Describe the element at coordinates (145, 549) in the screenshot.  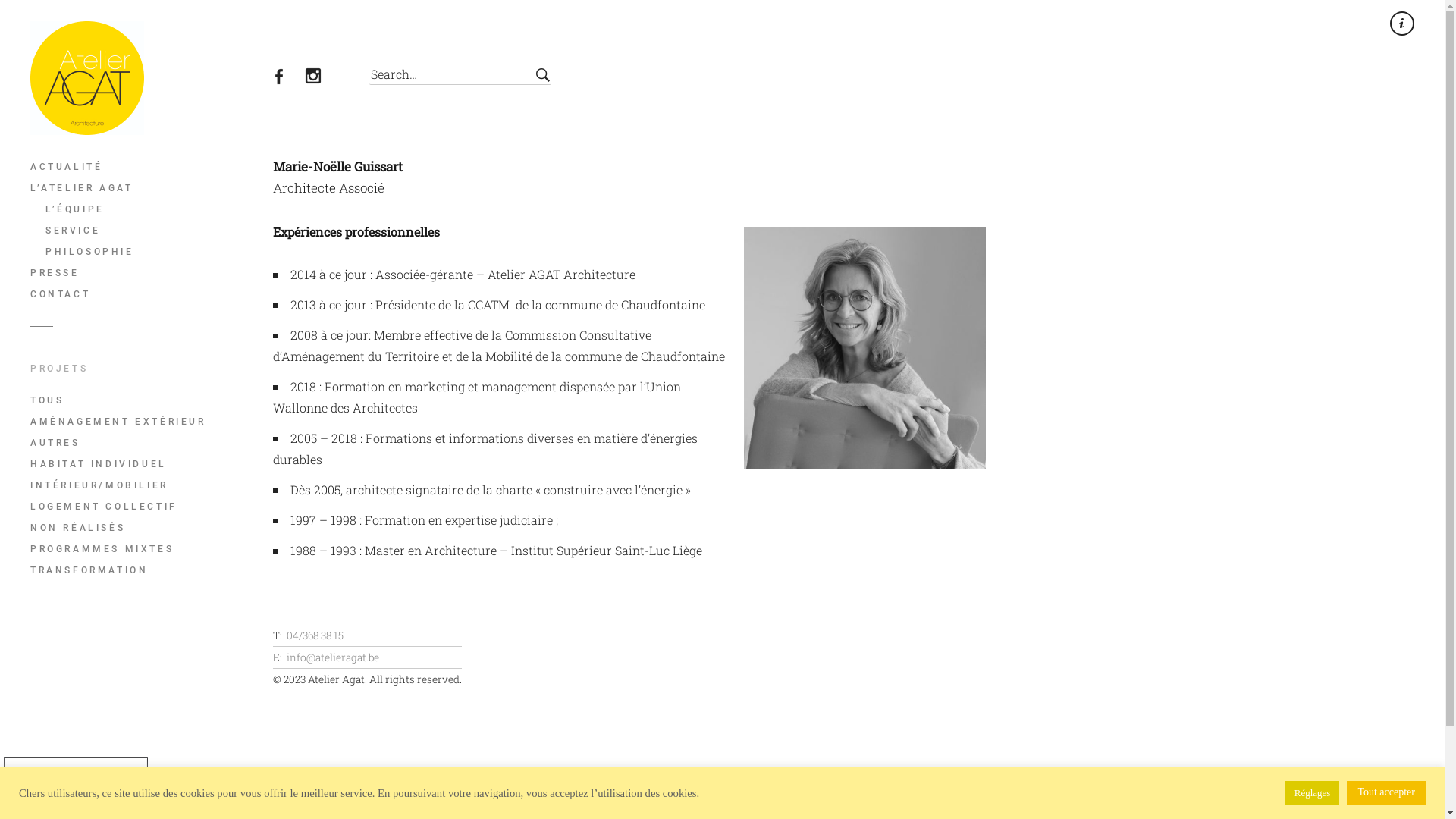
I see `'PROGRAMMES MIXTES'` at that location.